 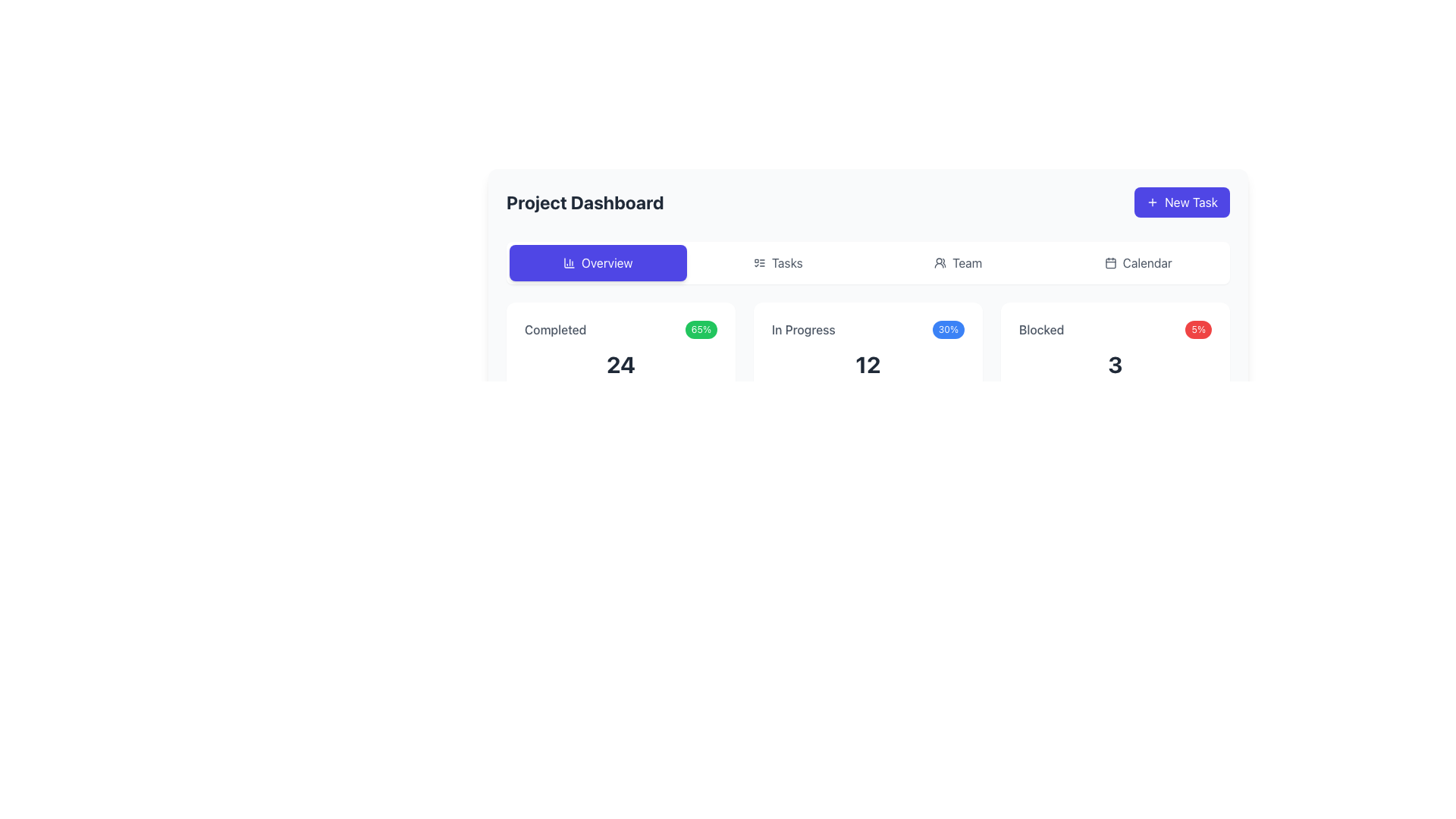 I want to click on the fourth button in the horizontal menu, which redirects to the calendar view, so click(x=1138, y=262).